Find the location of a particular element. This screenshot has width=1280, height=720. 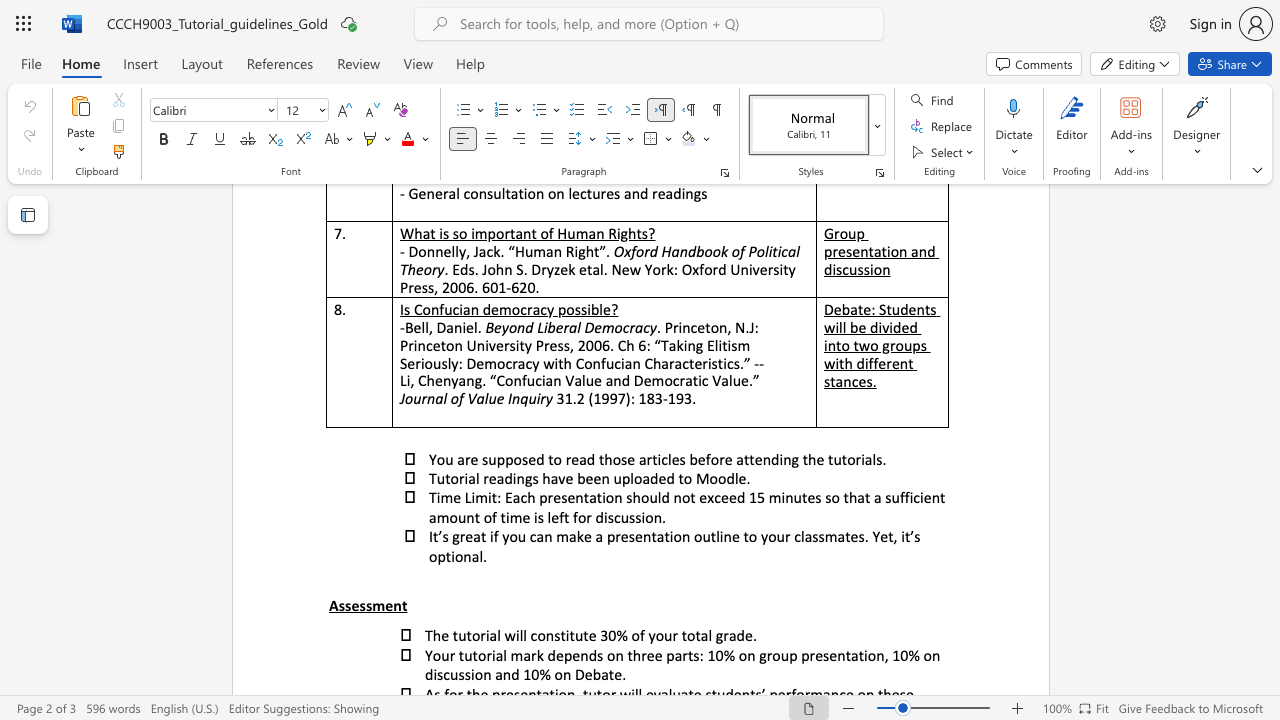

the subset text "ssessment" within the text "Assessment" is located at coordinates (338, 604).